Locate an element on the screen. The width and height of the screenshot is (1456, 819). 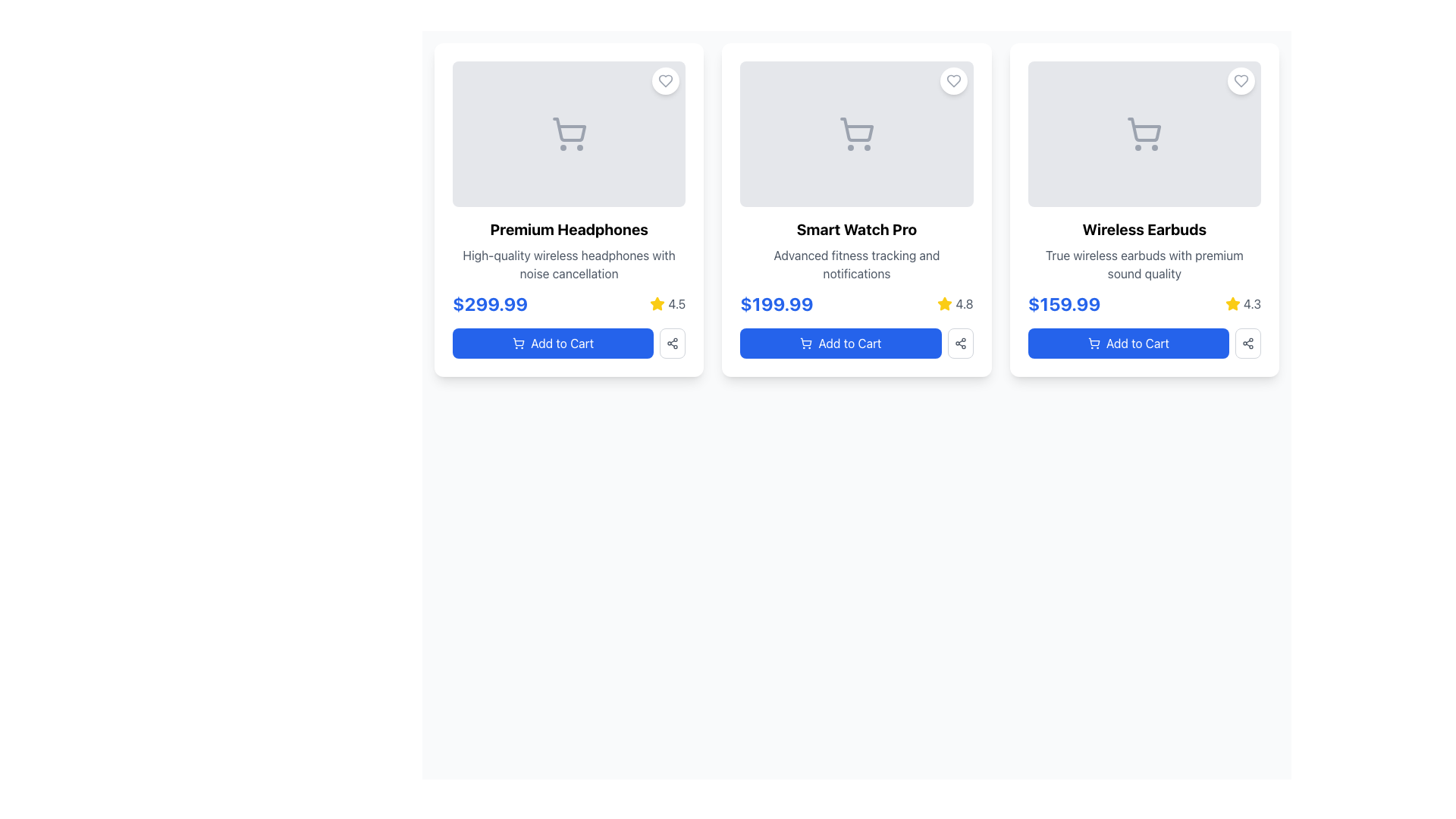
the shopping cart icon, which is a minimalist light gray icon featuring a rounded rectangular cart with two wheels, prominently displayed within the product card for 'Wireless Earbuds' is located at coordinates (1144, 133).